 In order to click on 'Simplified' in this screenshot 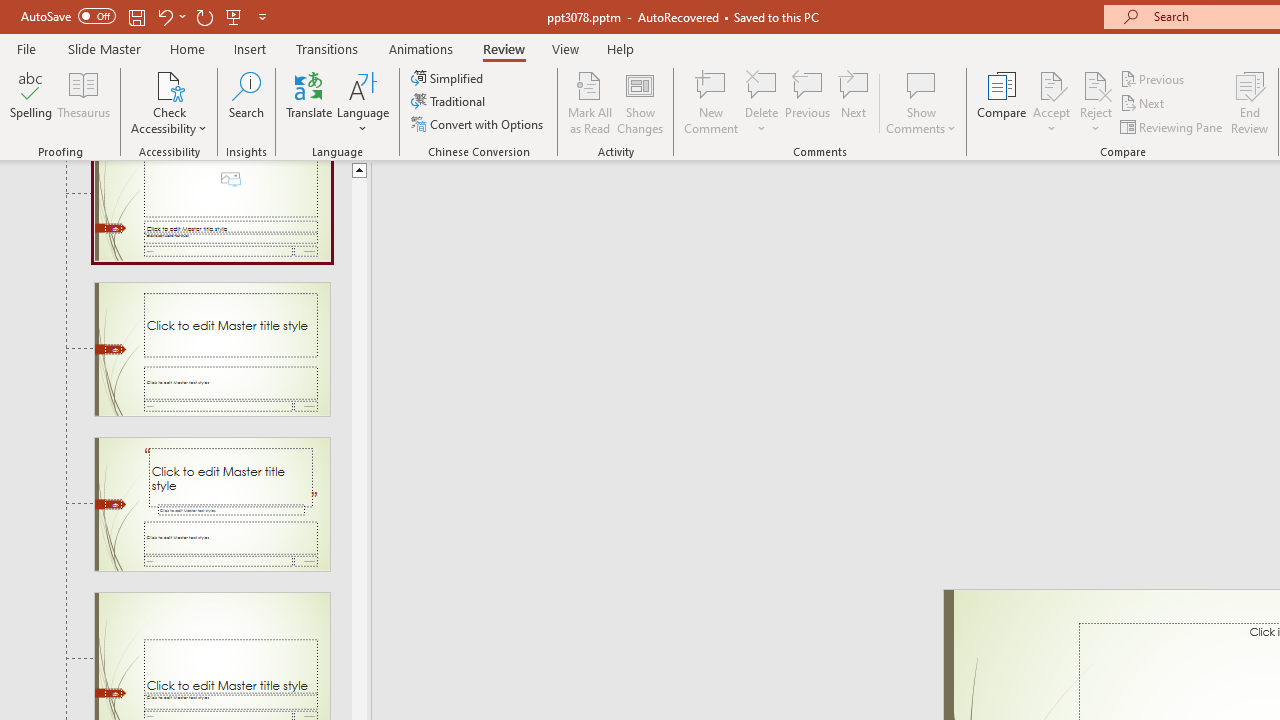, I will do `click(448, 77)`.